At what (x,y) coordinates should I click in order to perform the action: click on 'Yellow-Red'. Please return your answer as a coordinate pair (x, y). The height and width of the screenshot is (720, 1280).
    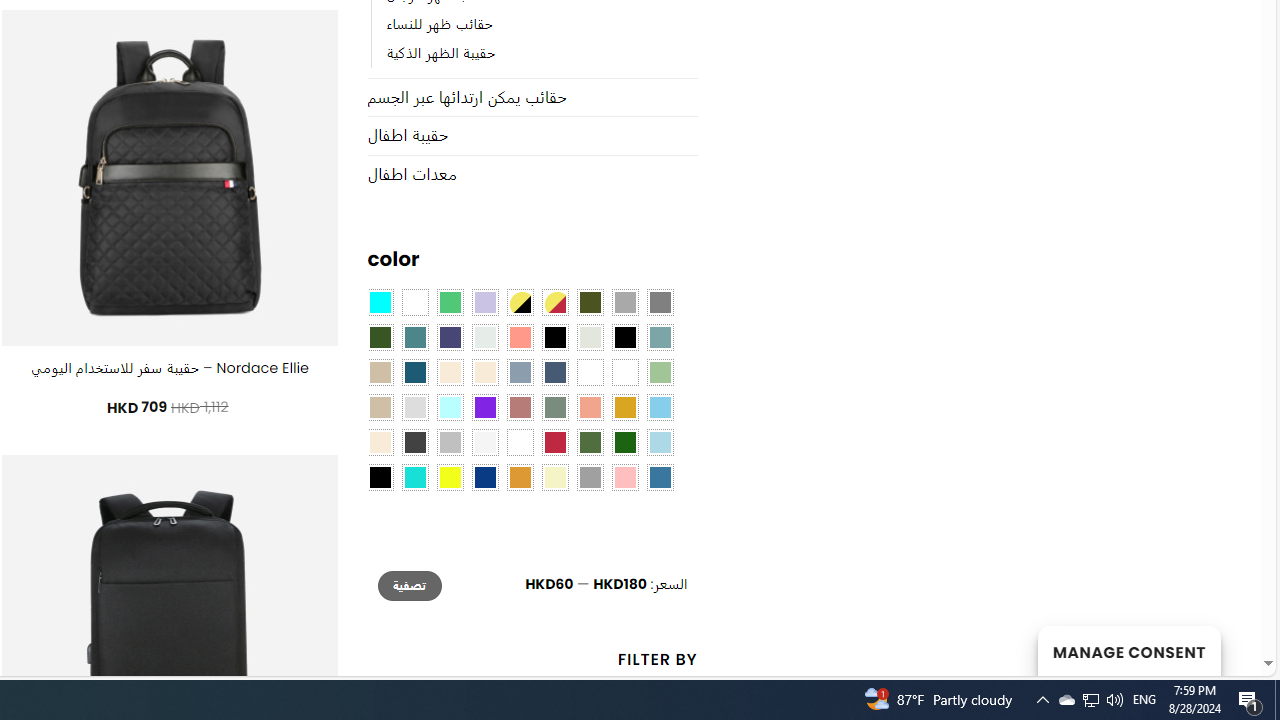
    Looking at the image, I should click on (554, 303).